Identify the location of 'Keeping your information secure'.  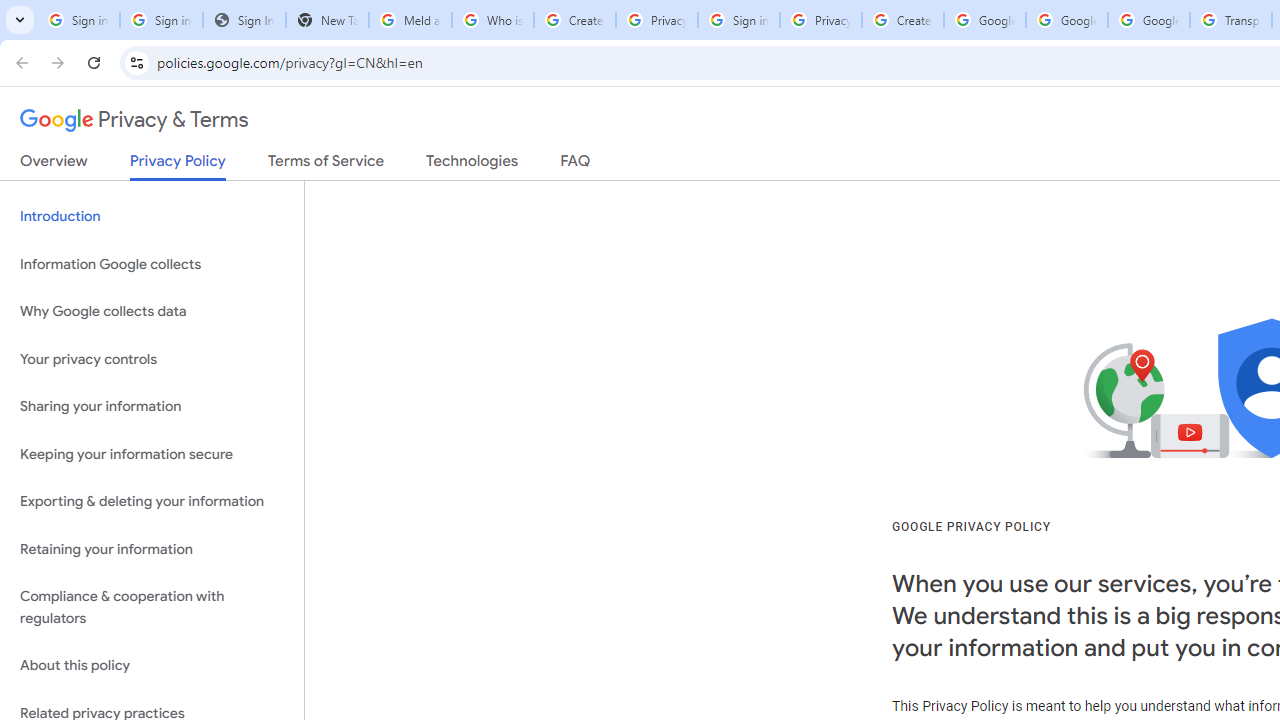
(151, 454).